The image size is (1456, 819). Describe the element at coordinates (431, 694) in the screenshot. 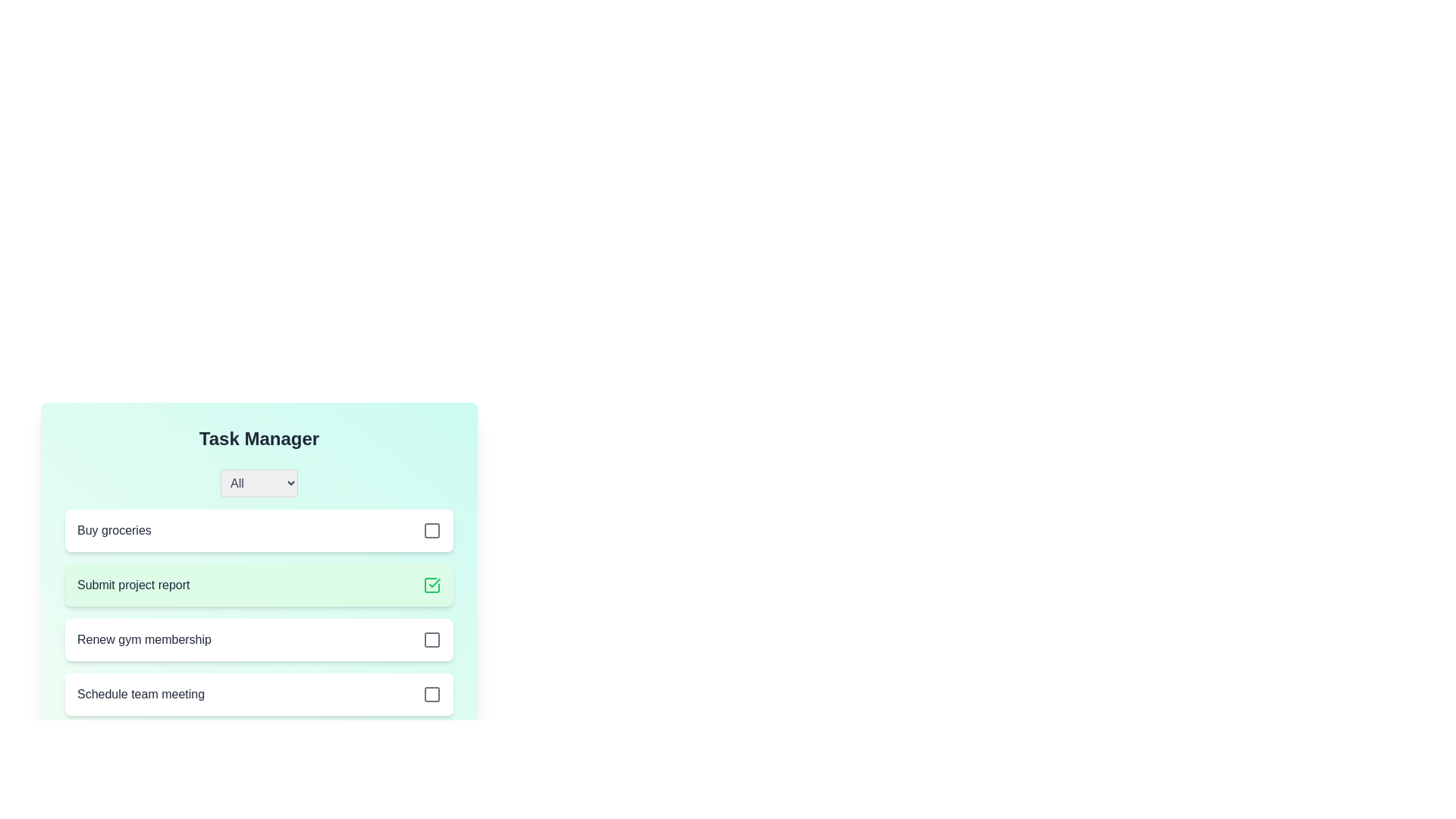

I see `the checkbox of the task titled 'Schedule team meeting' to toggle its completion status` at that location.